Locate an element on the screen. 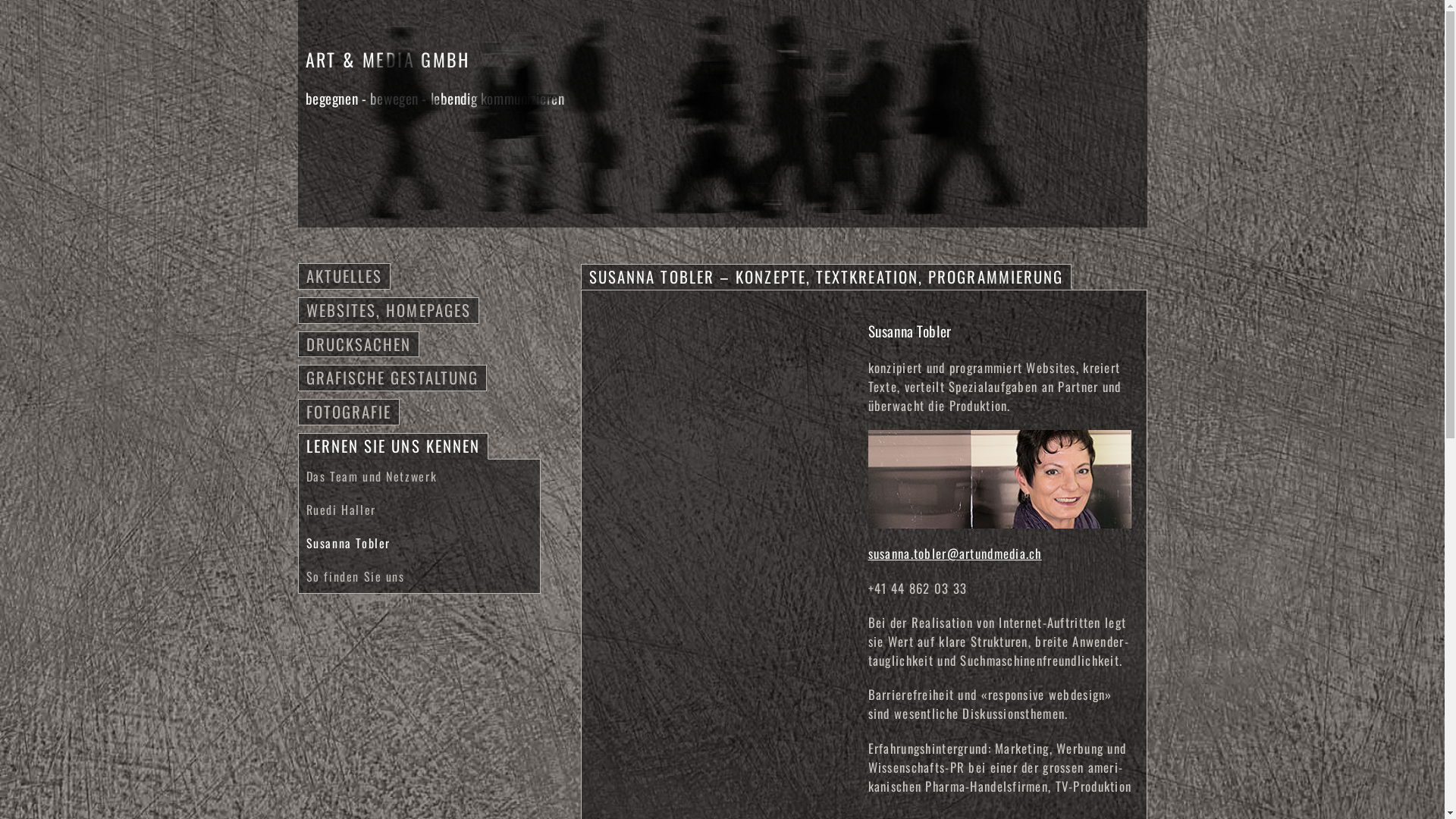 The height and width of the screenshot is (819, 1456). 'FOTOGRAFIE' is located at coordinates (348, 411).